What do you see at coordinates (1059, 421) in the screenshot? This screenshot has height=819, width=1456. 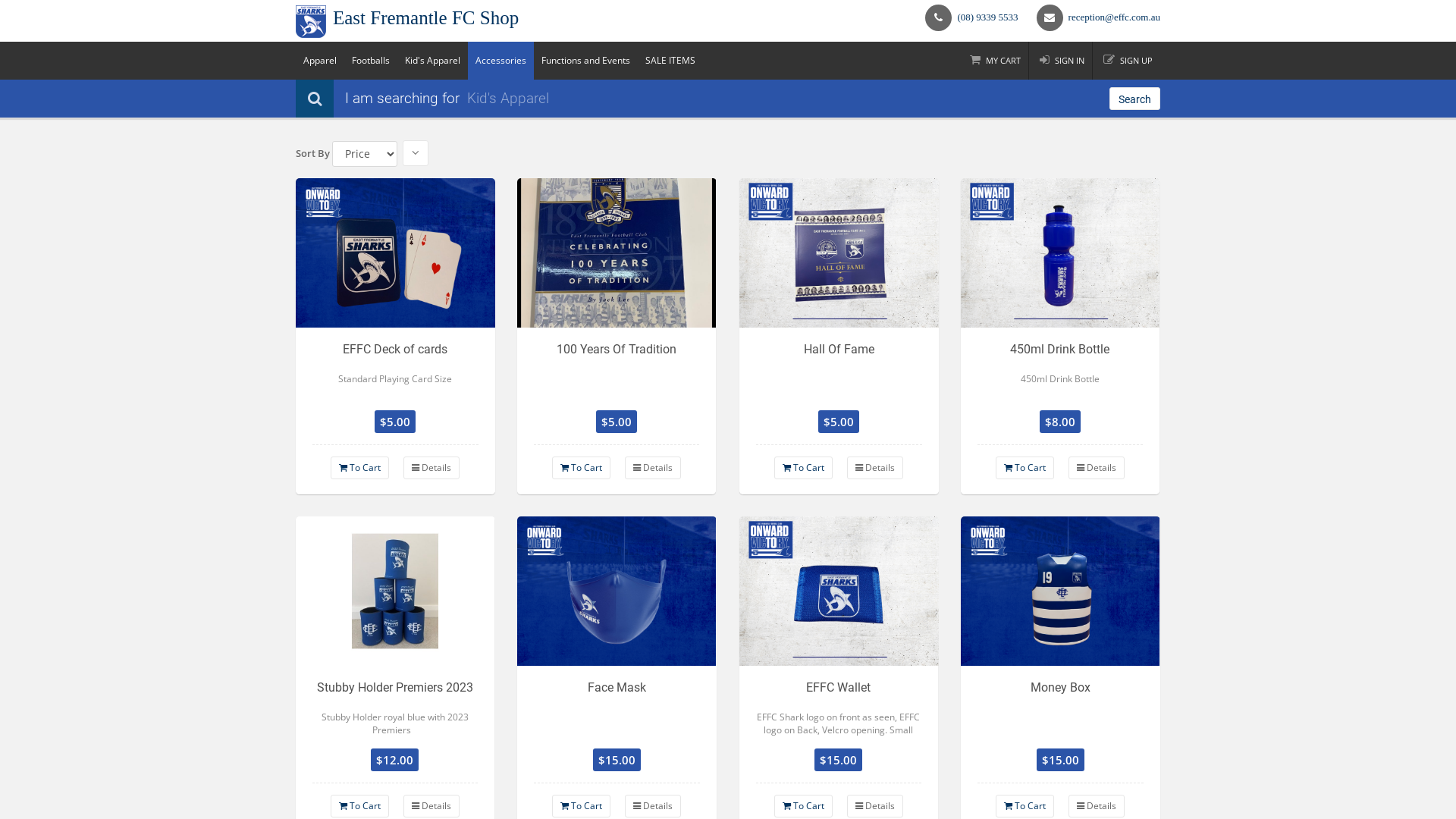 I see `'$8.00'` at bounding box center [1059, 421].